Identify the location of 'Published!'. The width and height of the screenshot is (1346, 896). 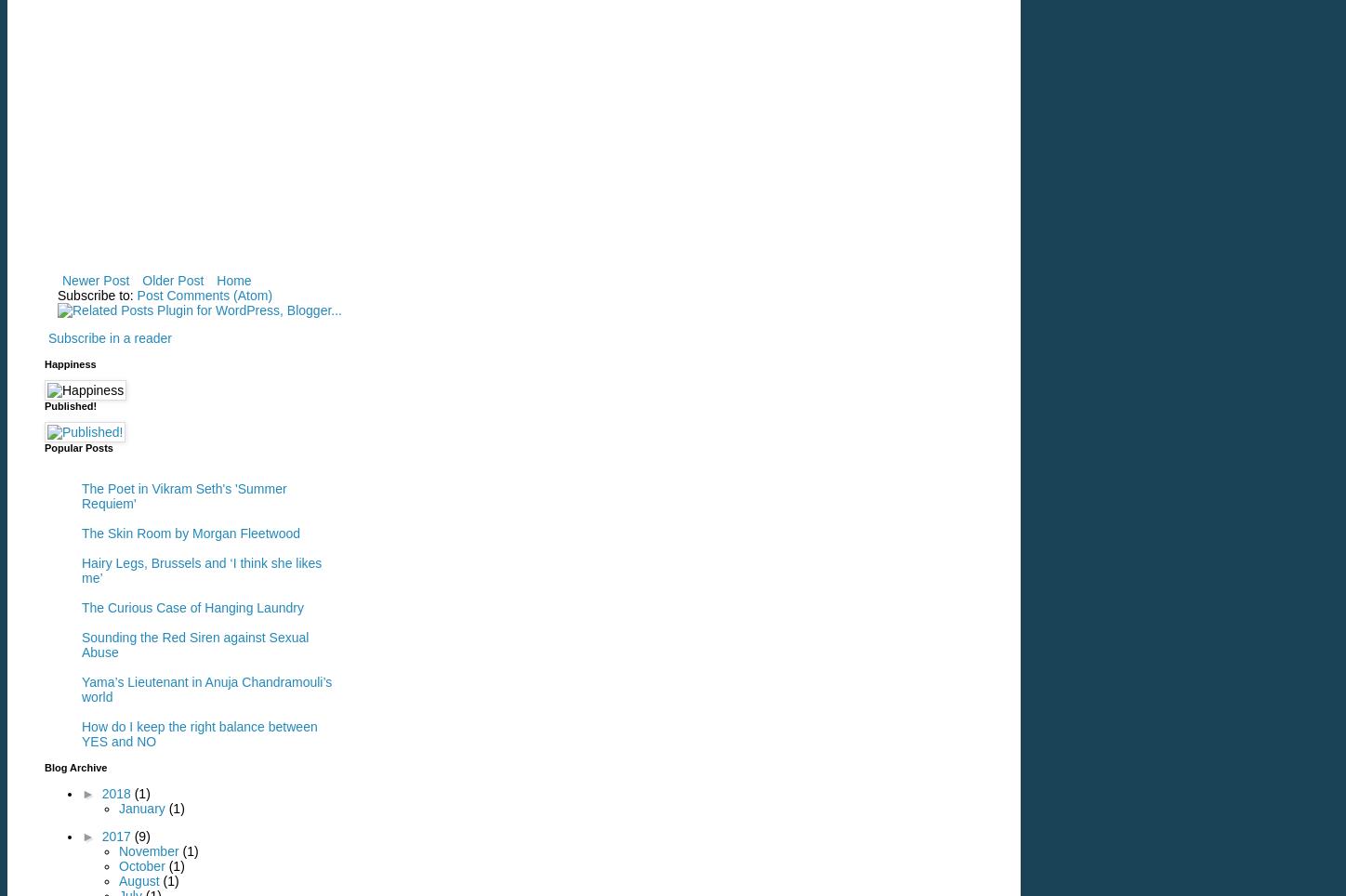
(71, 404).